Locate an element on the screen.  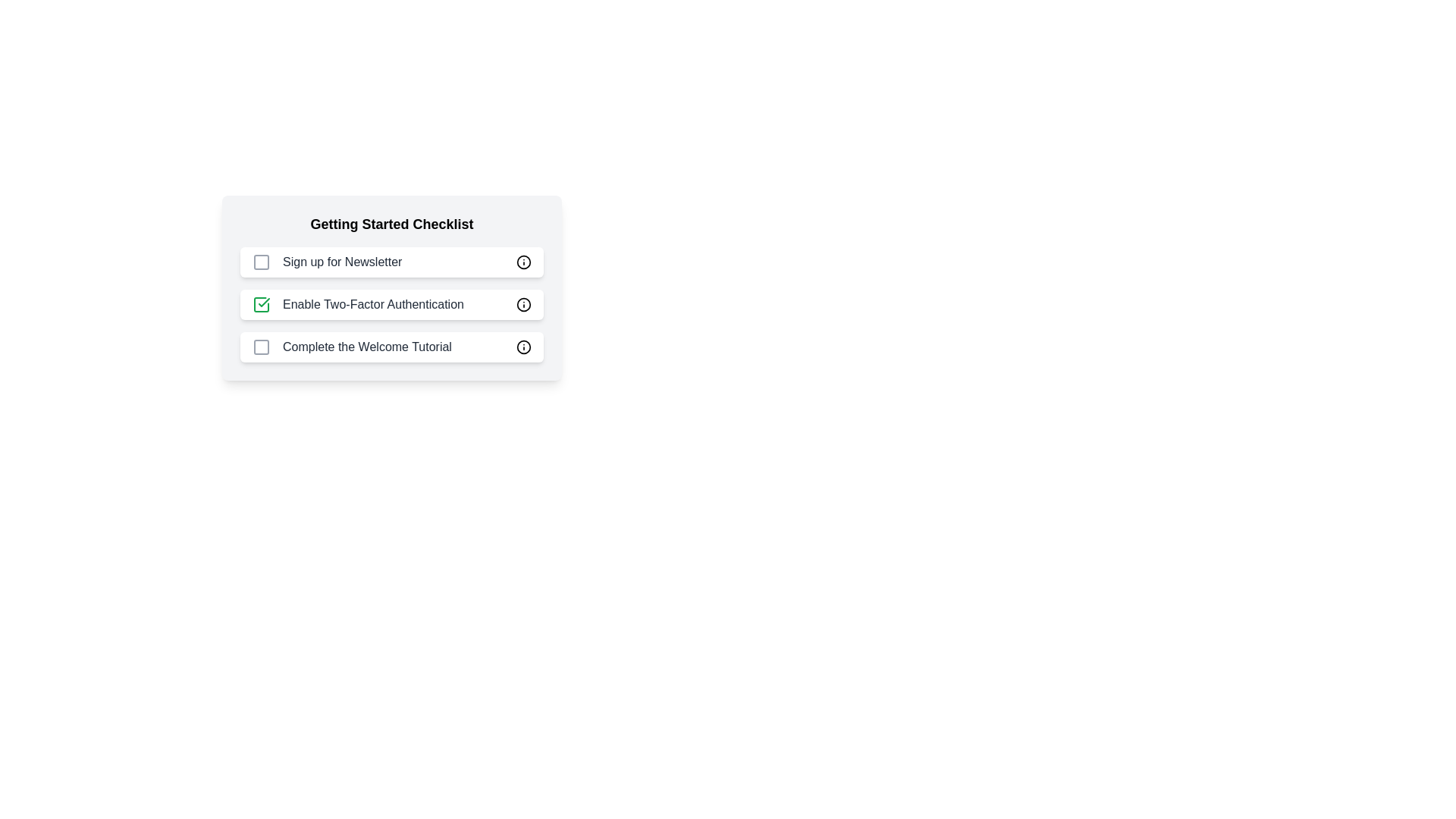
the SVG circle element associated with the 'Enable Two-Factor Authentication' checklist item, which is visually part of the icon and is located near the right edge is located at coordinates (524, 304).